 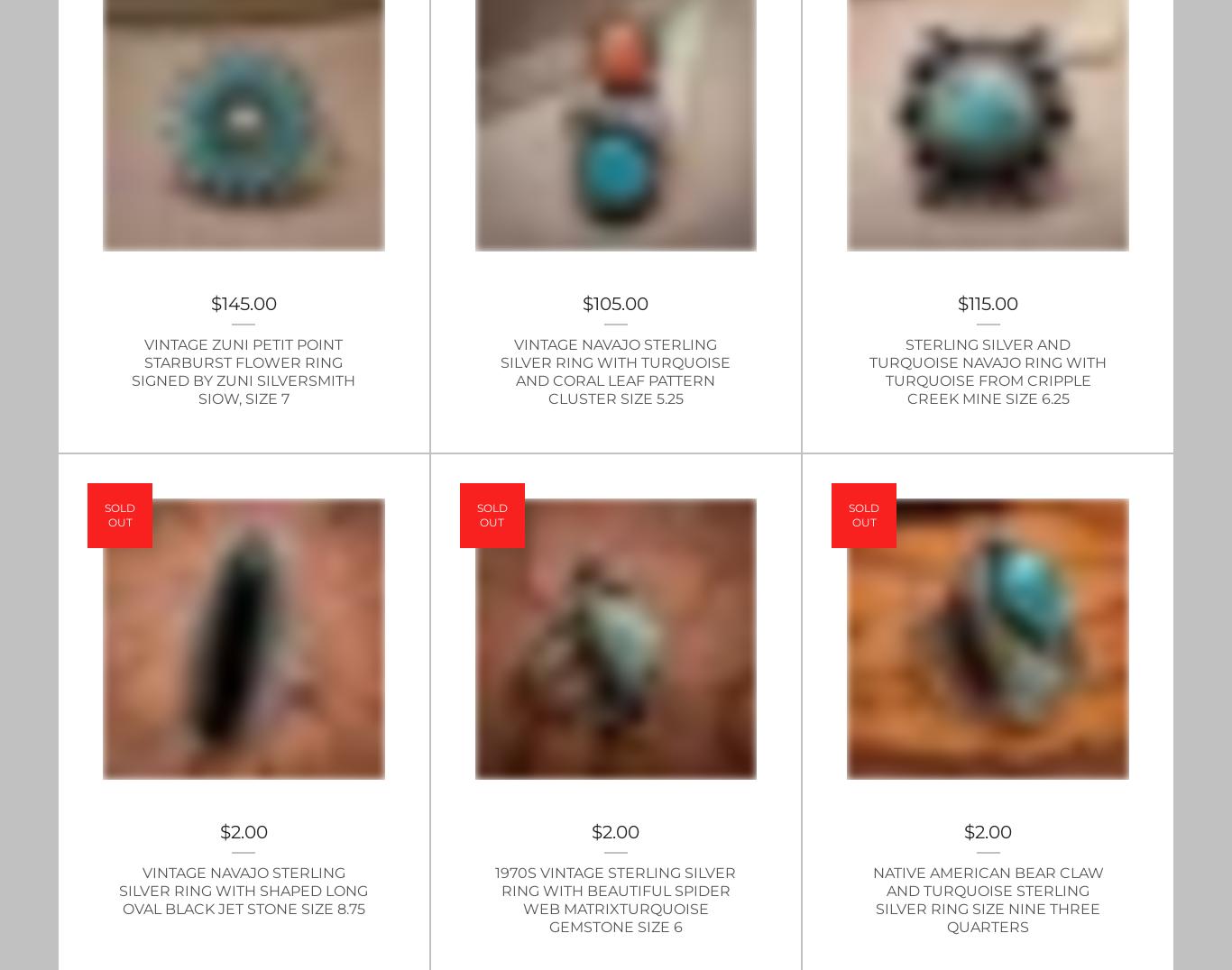 What do you see at coordinates (244, 890) in the screenshot?
I see `'Vintage Navajo Sterling Silver Ring with shaped Long Oval Black Jet stone  Size 8.75'` at bounding box center [244, 890].